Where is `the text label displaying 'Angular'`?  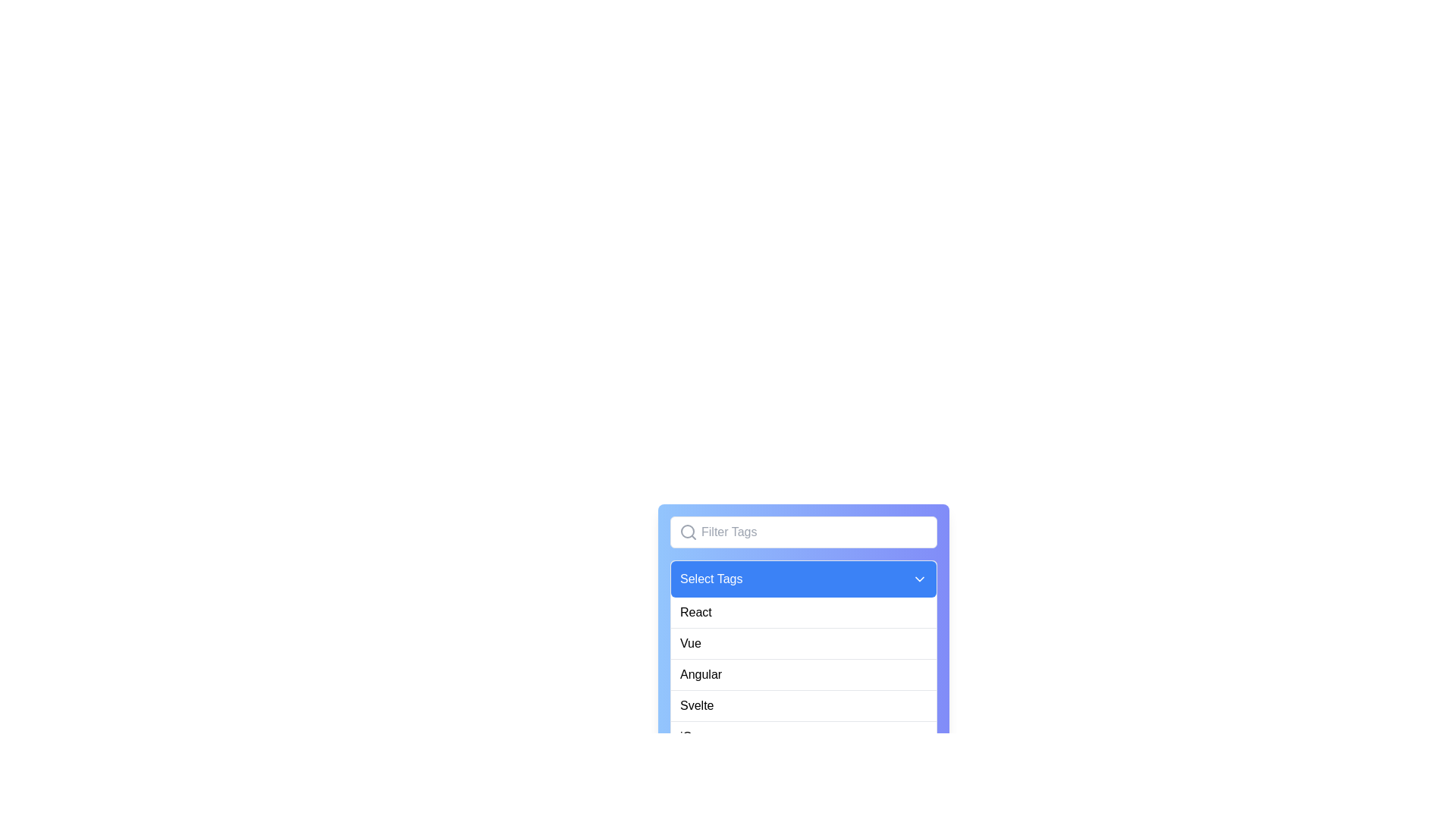
the text label displaying 'Angular' is located at coordinates (700, 674).